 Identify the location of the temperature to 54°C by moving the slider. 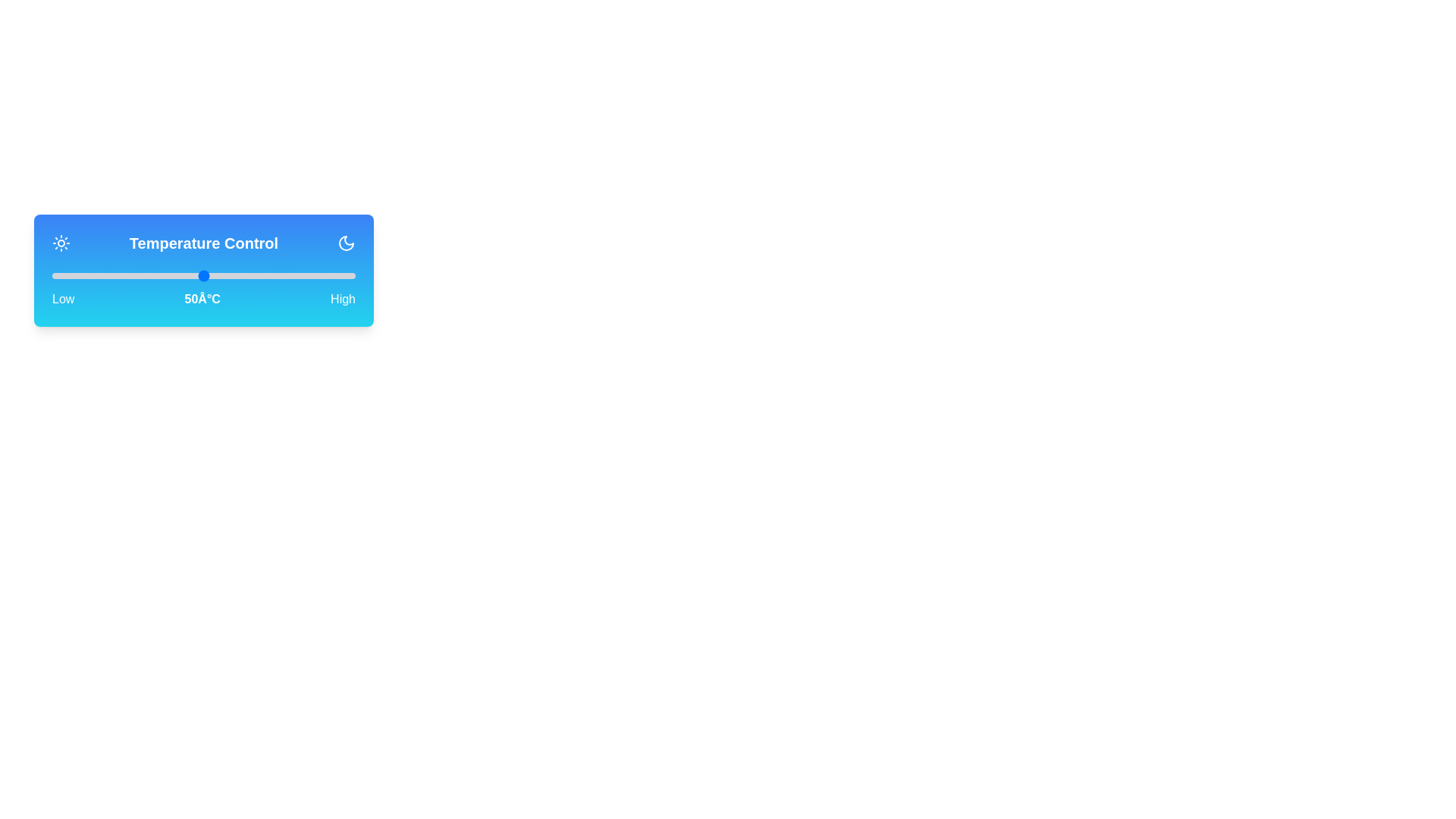
(215, 275).